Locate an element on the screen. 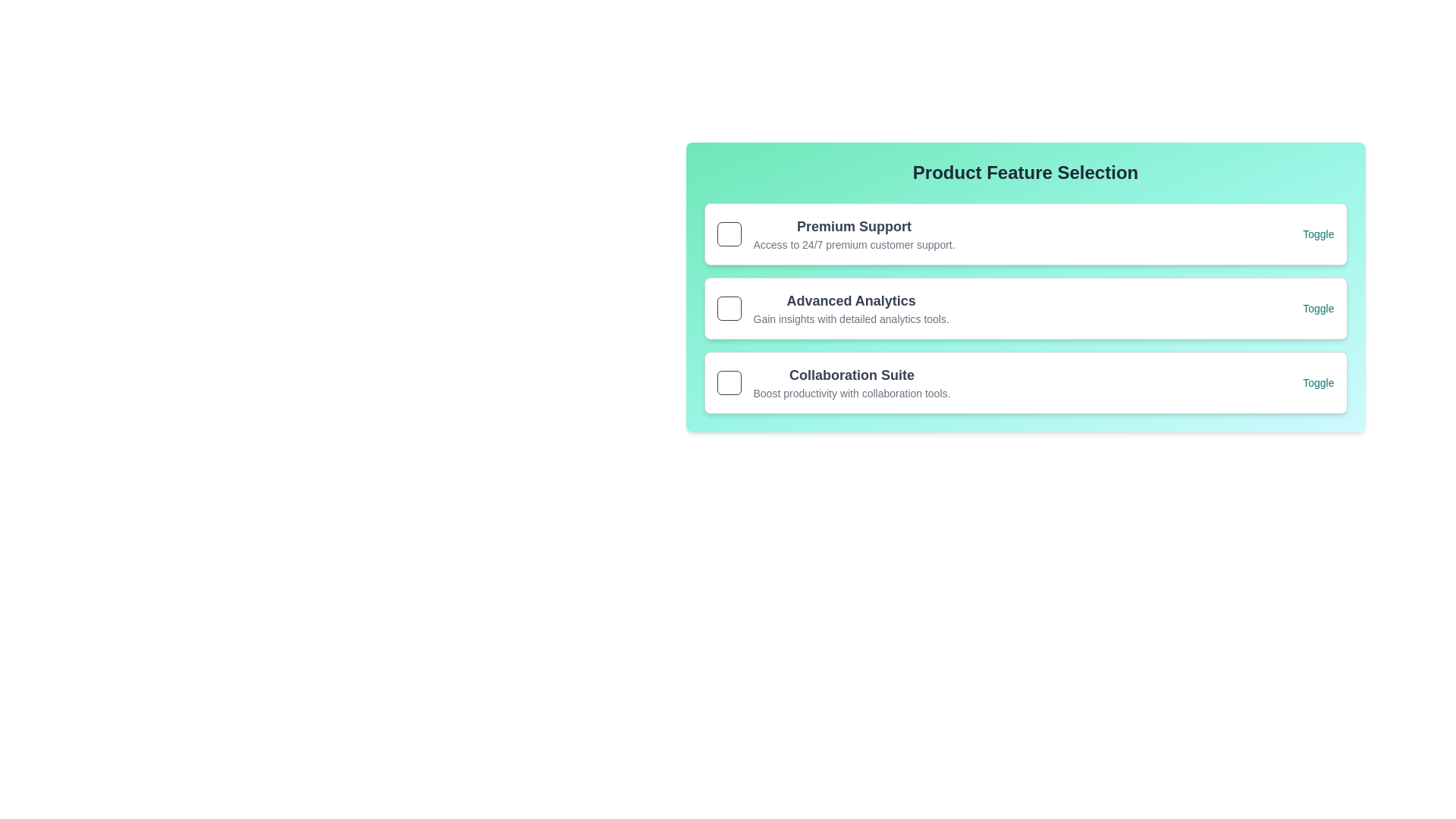 Image resolution: width=1456 pixels, height=819 pixels. the checkbox next to the 'Advanced Analytics' feature selection is located at coordinates (832, 308).